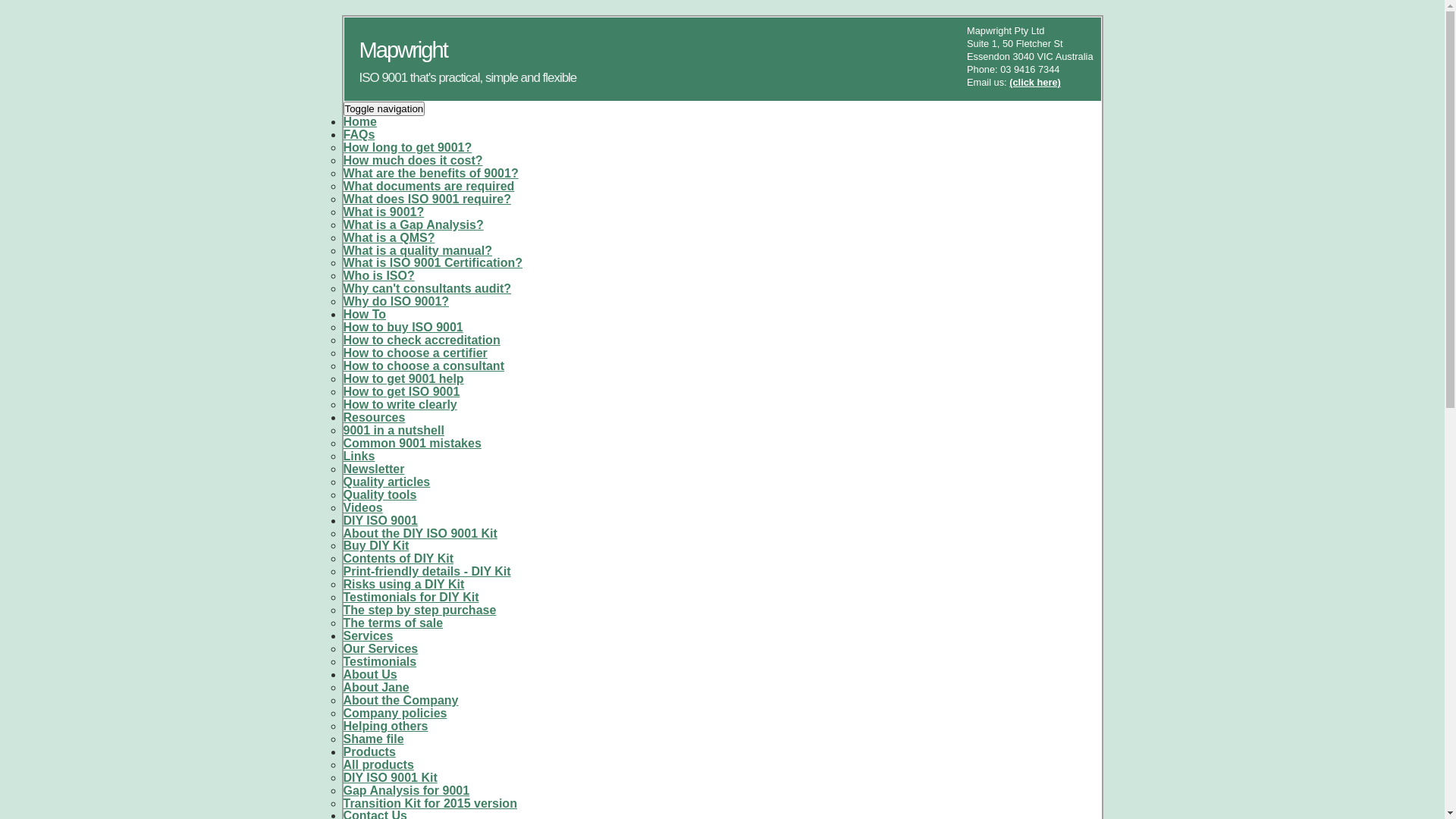 The image size is (1456, 819). I want to click on 'Print-friendly details - DIY Kit', so click(425, 571).